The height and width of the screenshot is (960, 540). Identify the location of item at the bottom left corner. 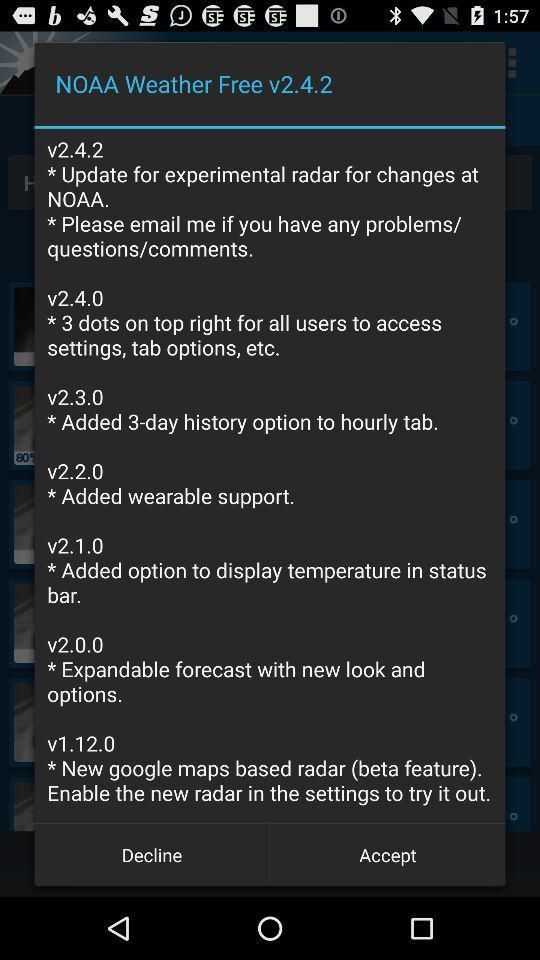
(151, 853).